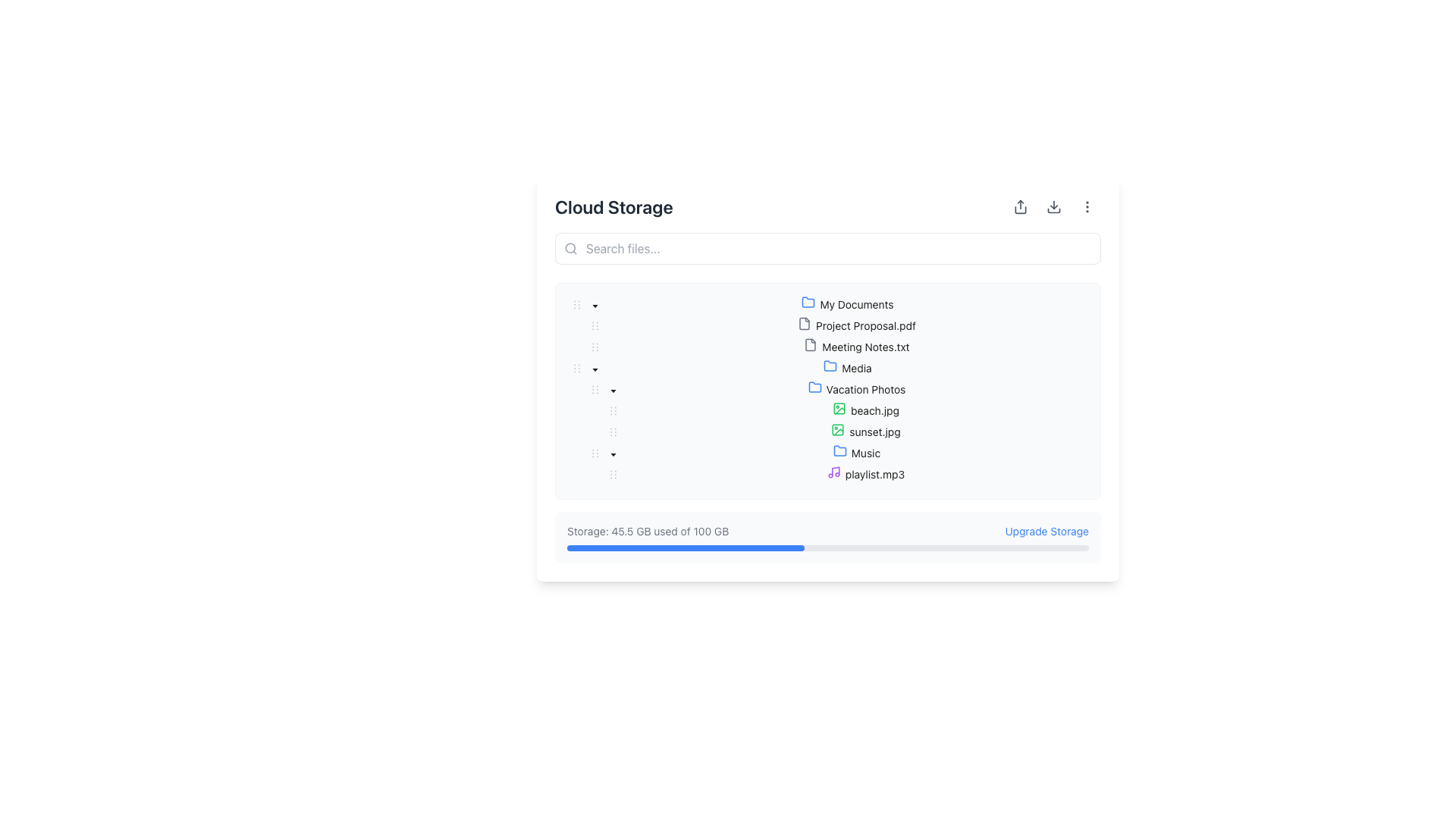 This screenshot has width=1456, height=819. What do you see at coordinates (648, 531) in the screenshot?
I see `the text label displaying 'Storage: 45.5 GB used of 100 GB' located in the bottom-right part of the interface, above a horizontal progress bar and adjacent to the 'Upgrade Storage' link` at bounding box center [648, 531].